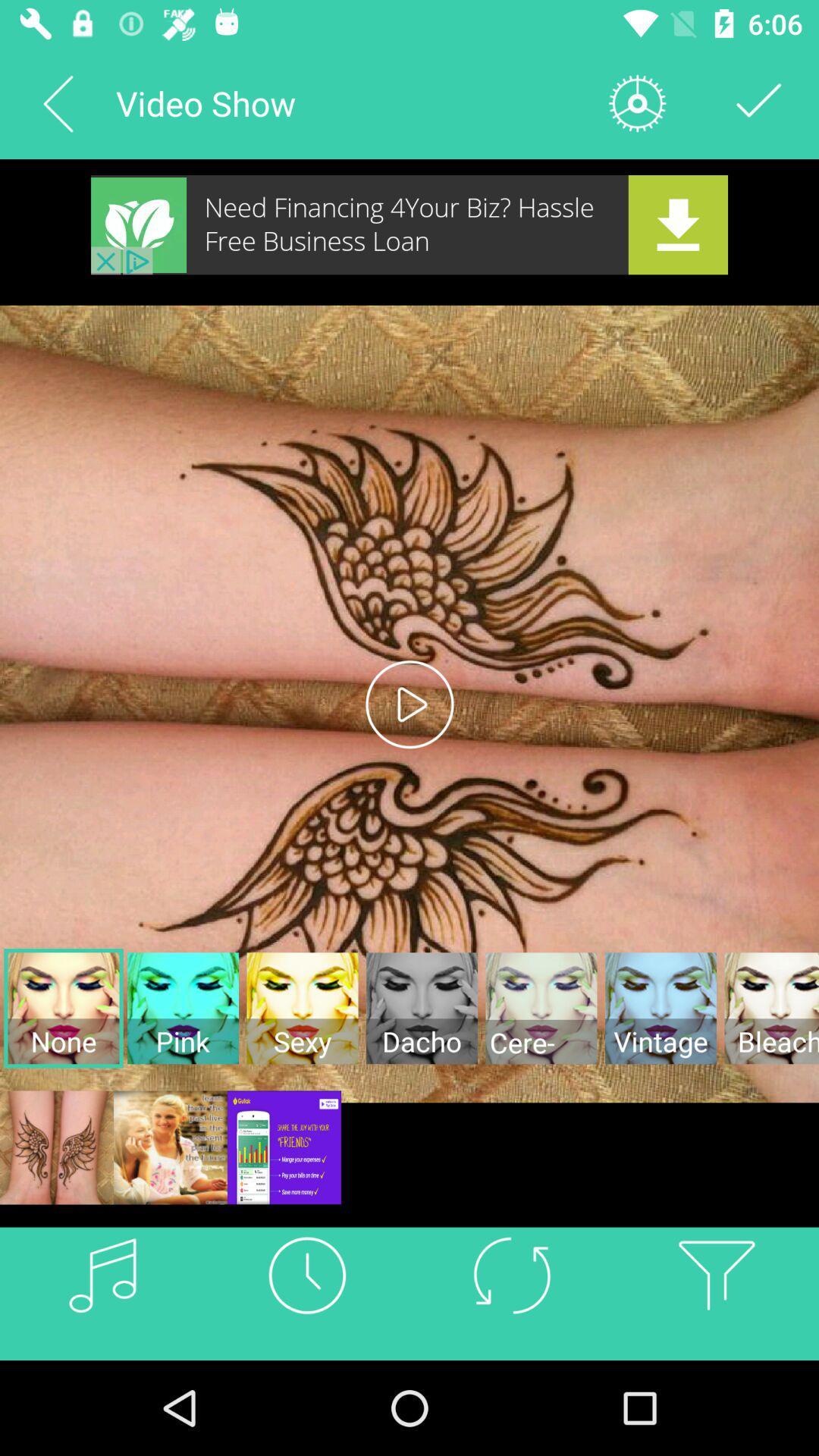 This screenshot has height=1456, width=819. What do you see at coordinates (284, 1147) in the screenshot?
I see `the sliders icon` at bounding box center [284, 1147].